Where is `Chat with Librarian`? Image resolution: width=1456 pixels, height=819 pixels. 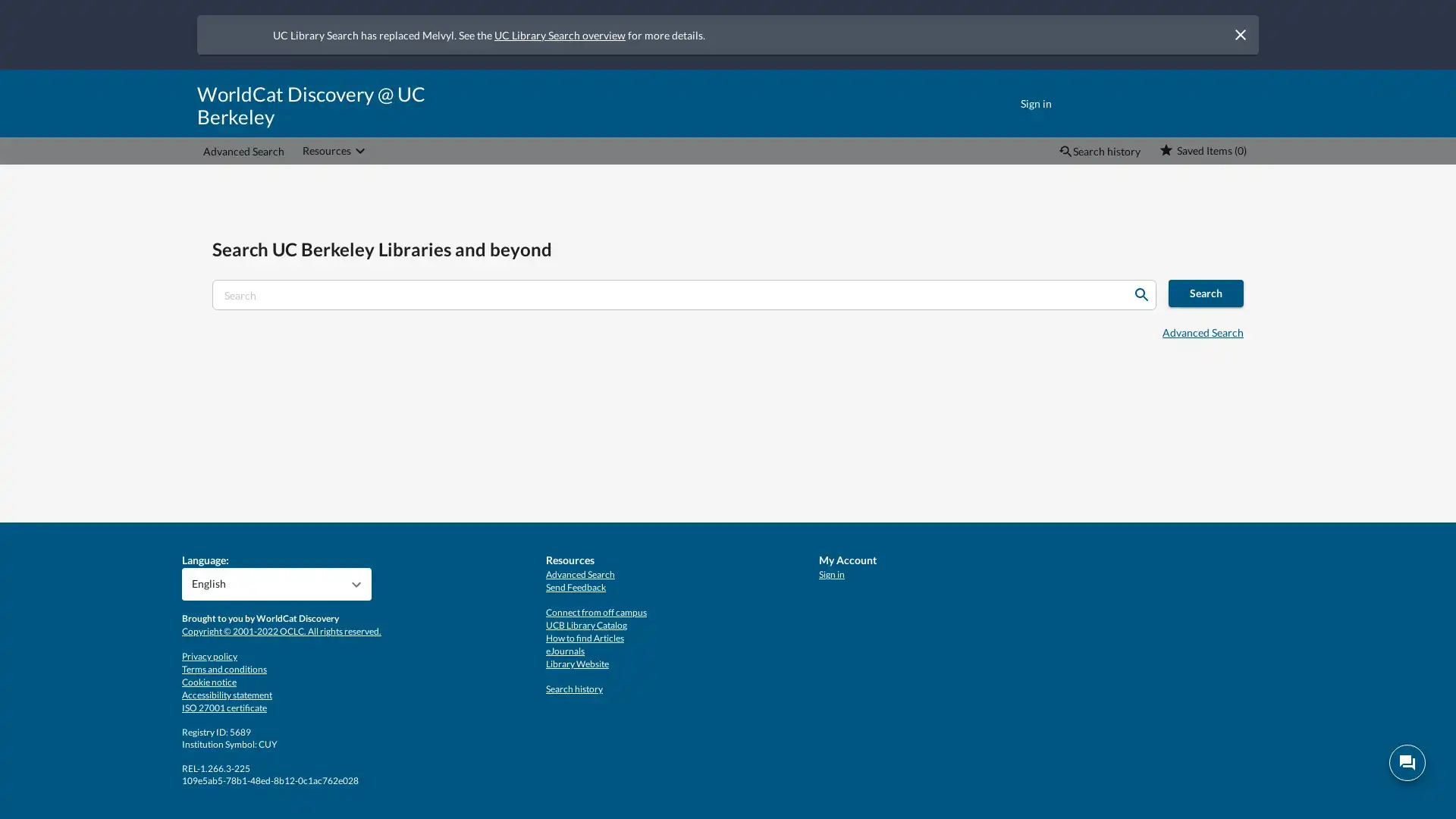 Chat with Librarian is located at coordinates (1407, 763).